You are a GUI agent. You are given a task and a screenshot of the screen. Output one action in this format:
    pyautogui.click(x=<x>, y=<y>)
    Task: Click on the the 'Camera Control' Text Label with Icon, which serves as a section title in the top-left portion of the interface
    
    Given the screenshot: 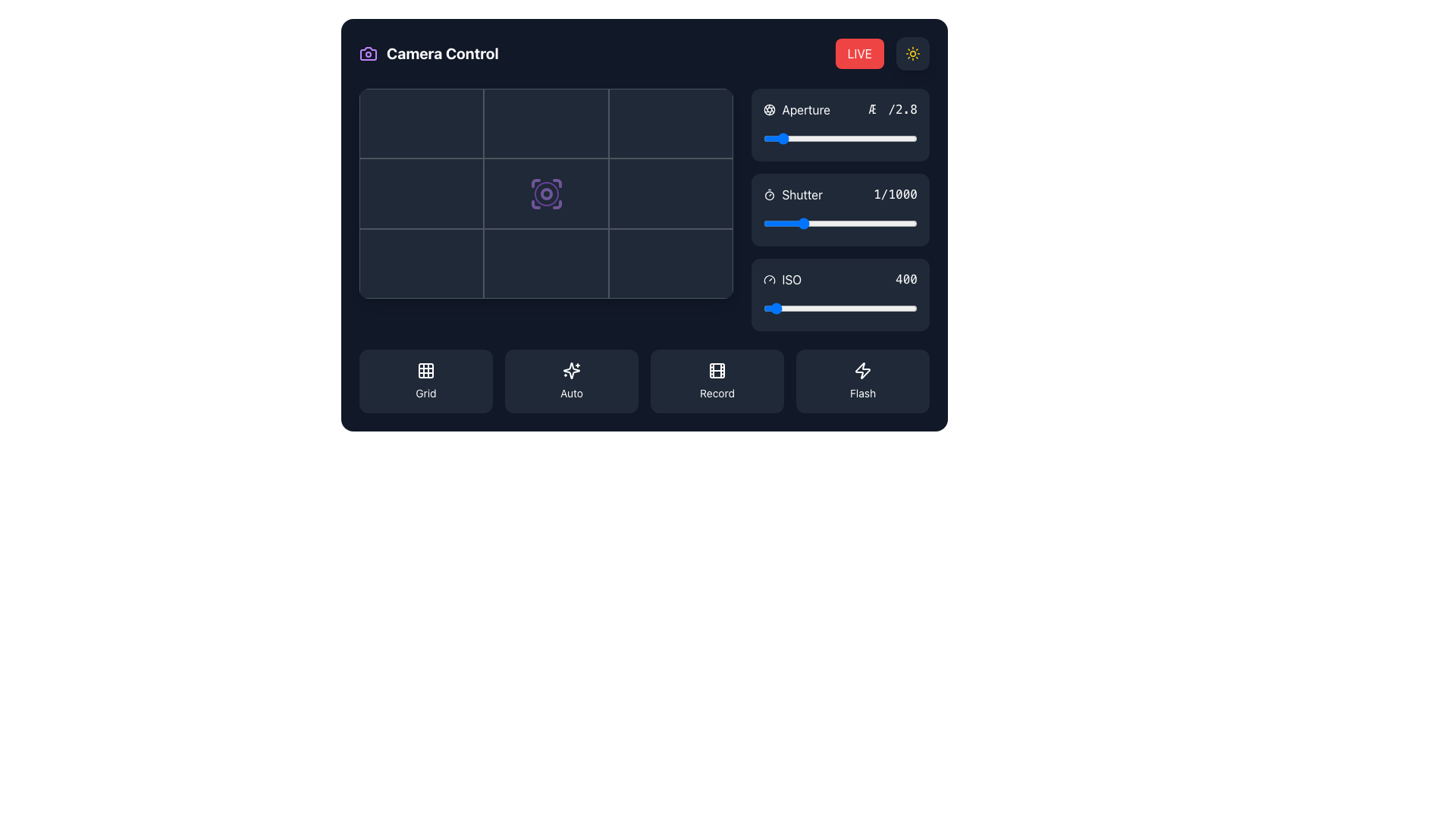 What is the action you would take?
    pyautogui.click(x=428, y=52)
    